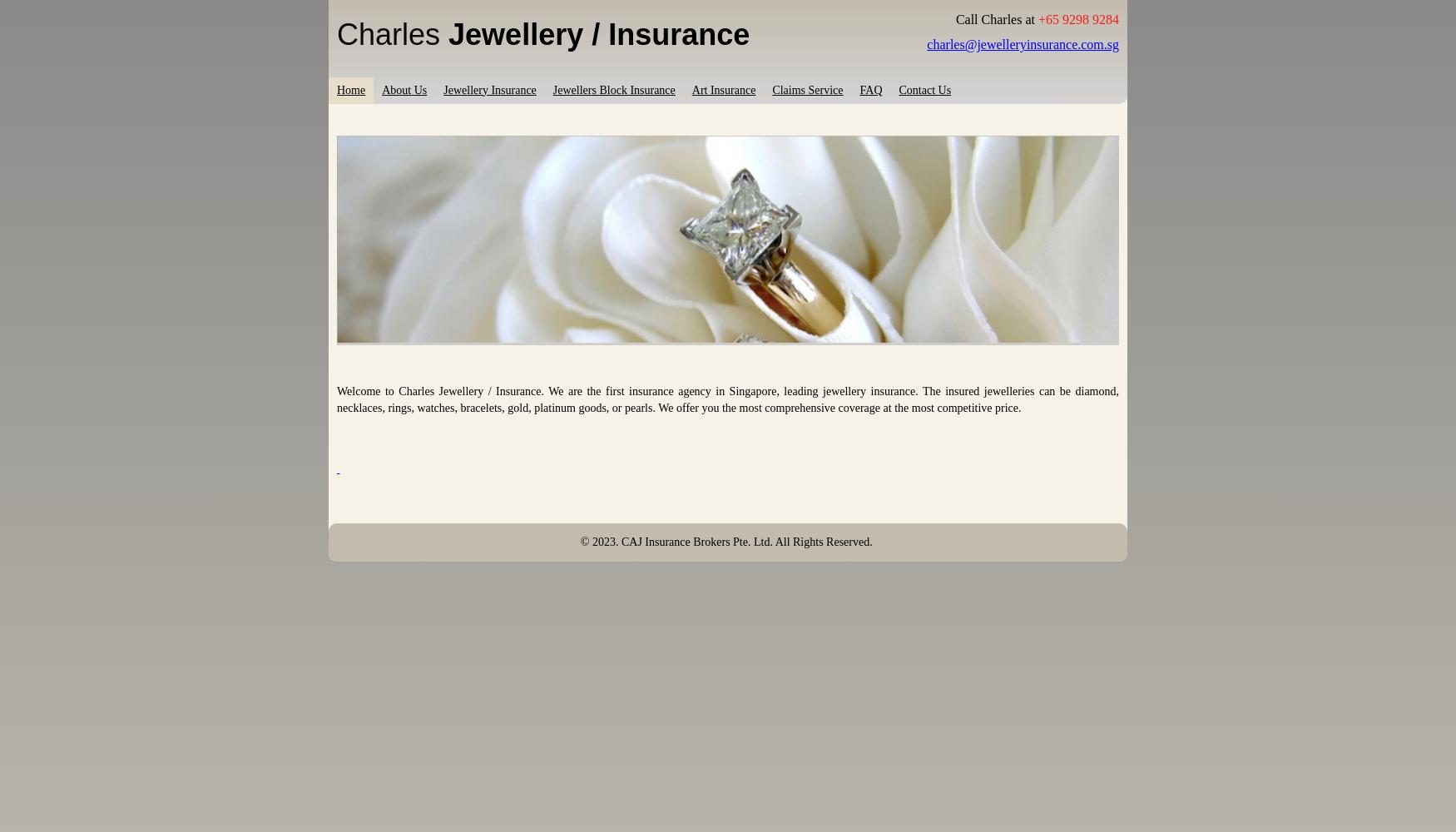 Image resolution: width=1456 pixels, height=832 pixels. Describe the element at coordinates (1077, 18) in the screenshot. I see `'+65 9298 9284'` at that location.